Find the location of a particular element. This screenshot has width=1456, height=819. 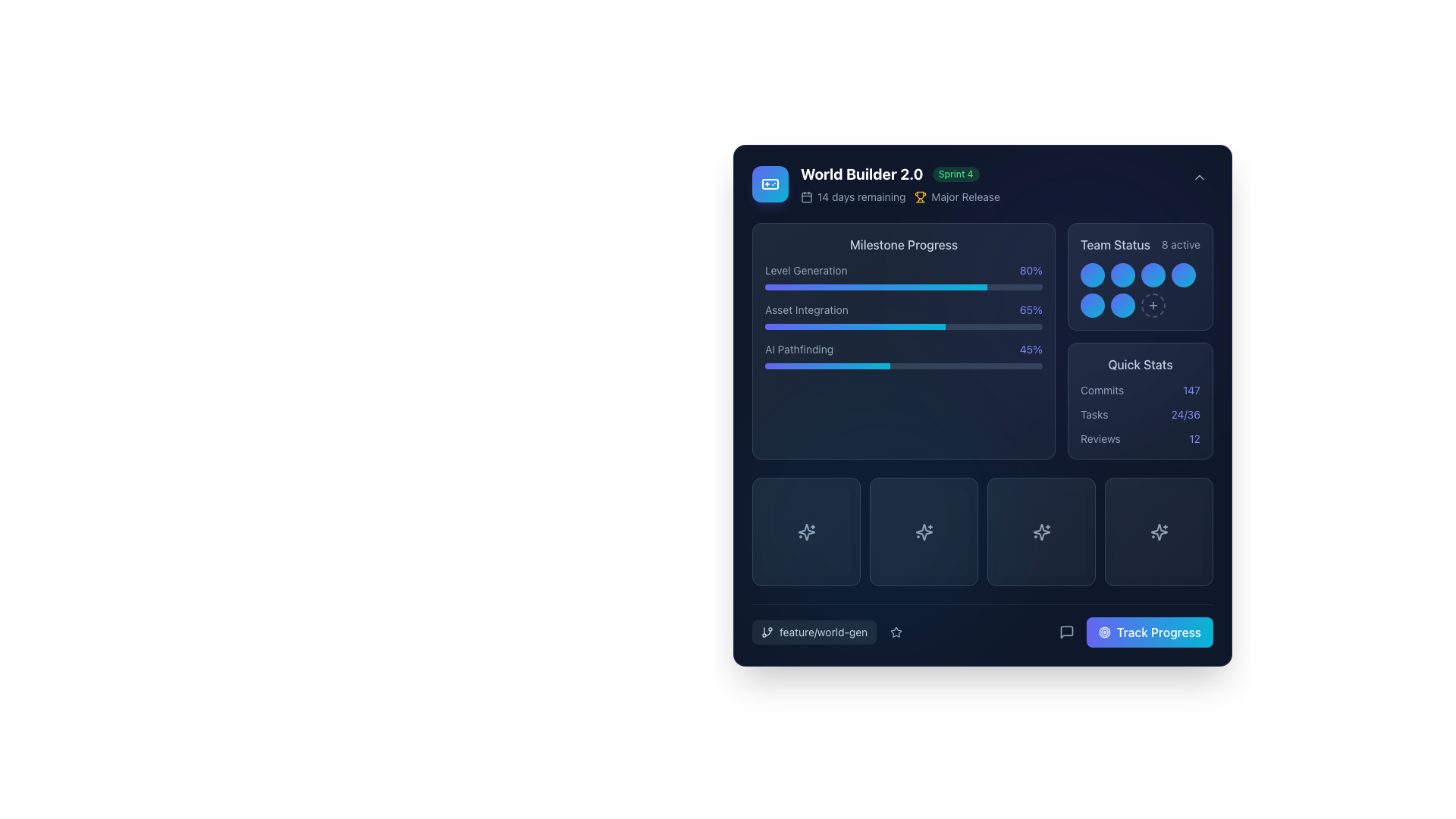

the second progress bar segment labeled under 'Milestone Progress' is located at coordinates (903, 315).